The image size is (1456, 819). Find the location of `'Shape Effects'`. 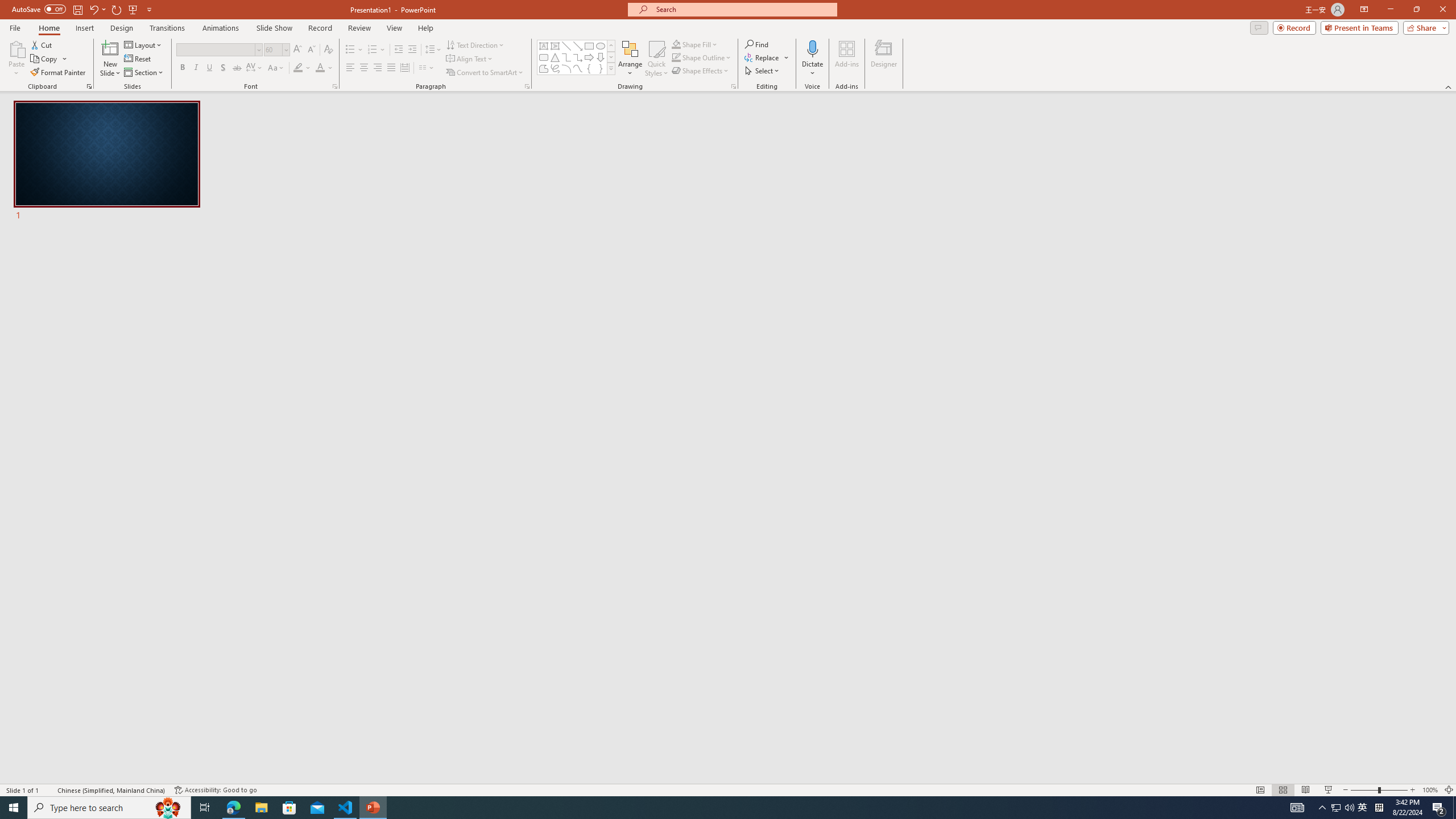

'Shape Effects' is located at coordinates (700, 69).